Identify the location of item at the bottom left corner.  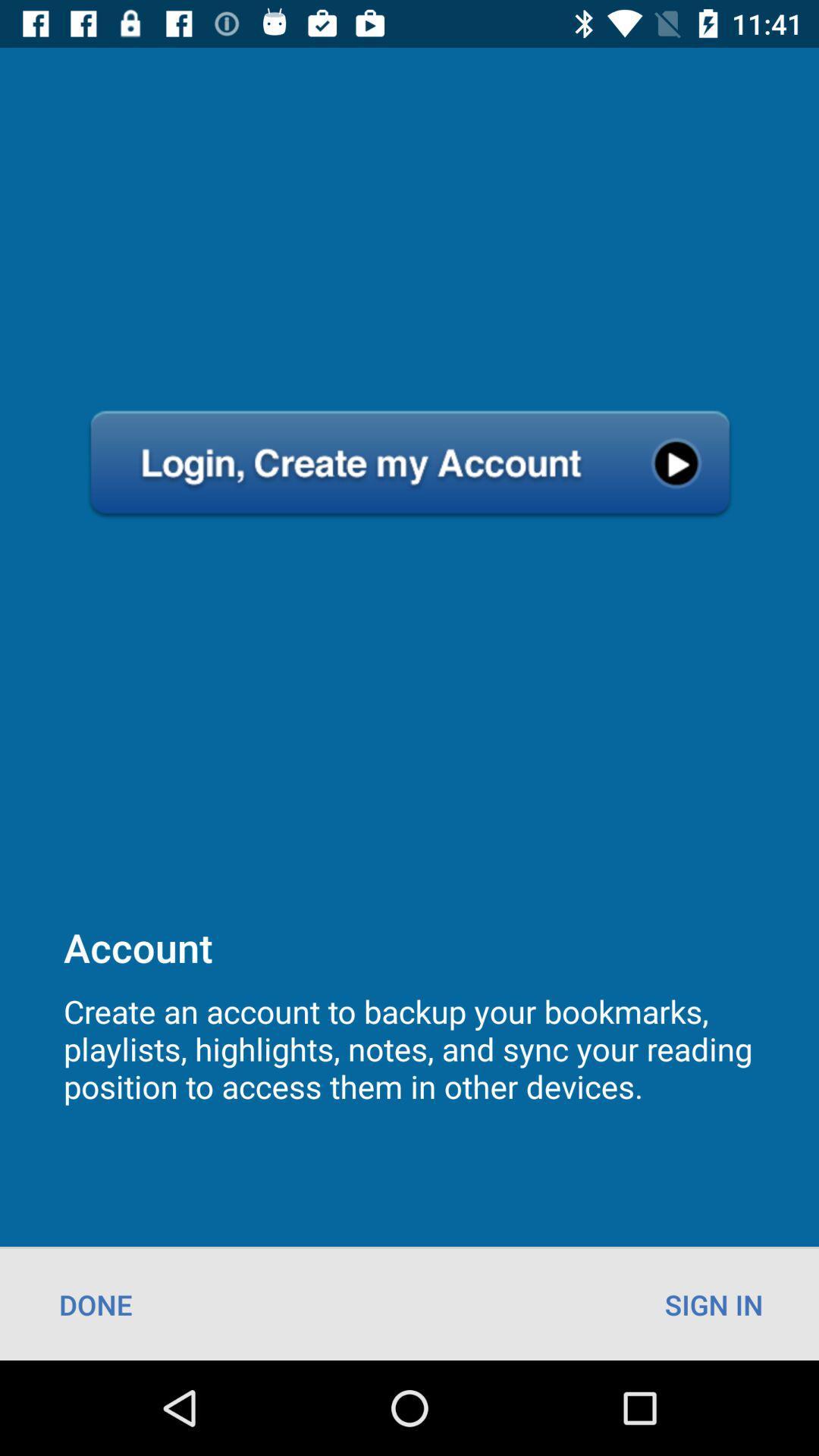
(96, 1304).